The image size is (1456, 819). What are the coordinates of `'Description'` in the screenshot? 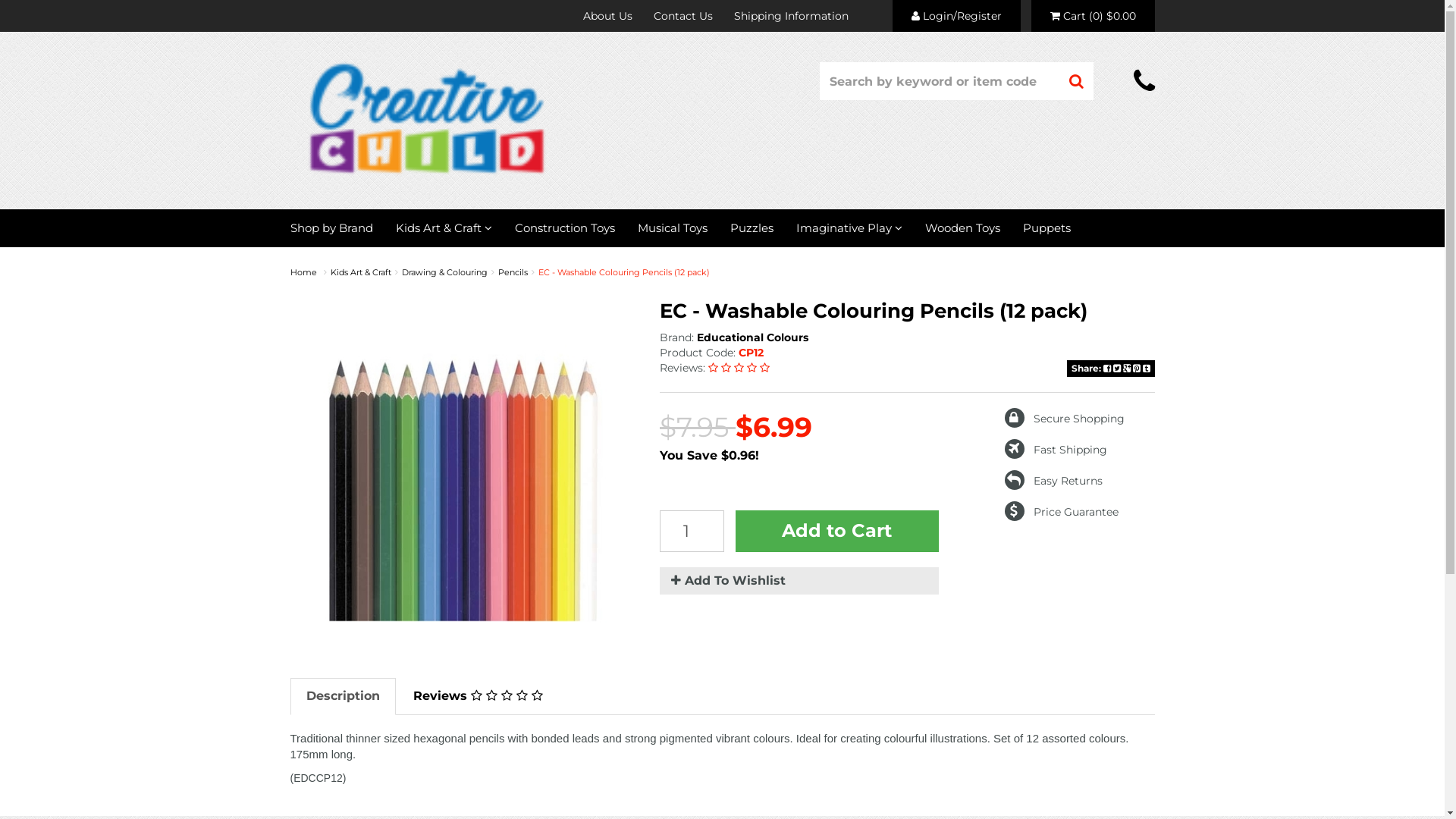 It's located at (341, 696).